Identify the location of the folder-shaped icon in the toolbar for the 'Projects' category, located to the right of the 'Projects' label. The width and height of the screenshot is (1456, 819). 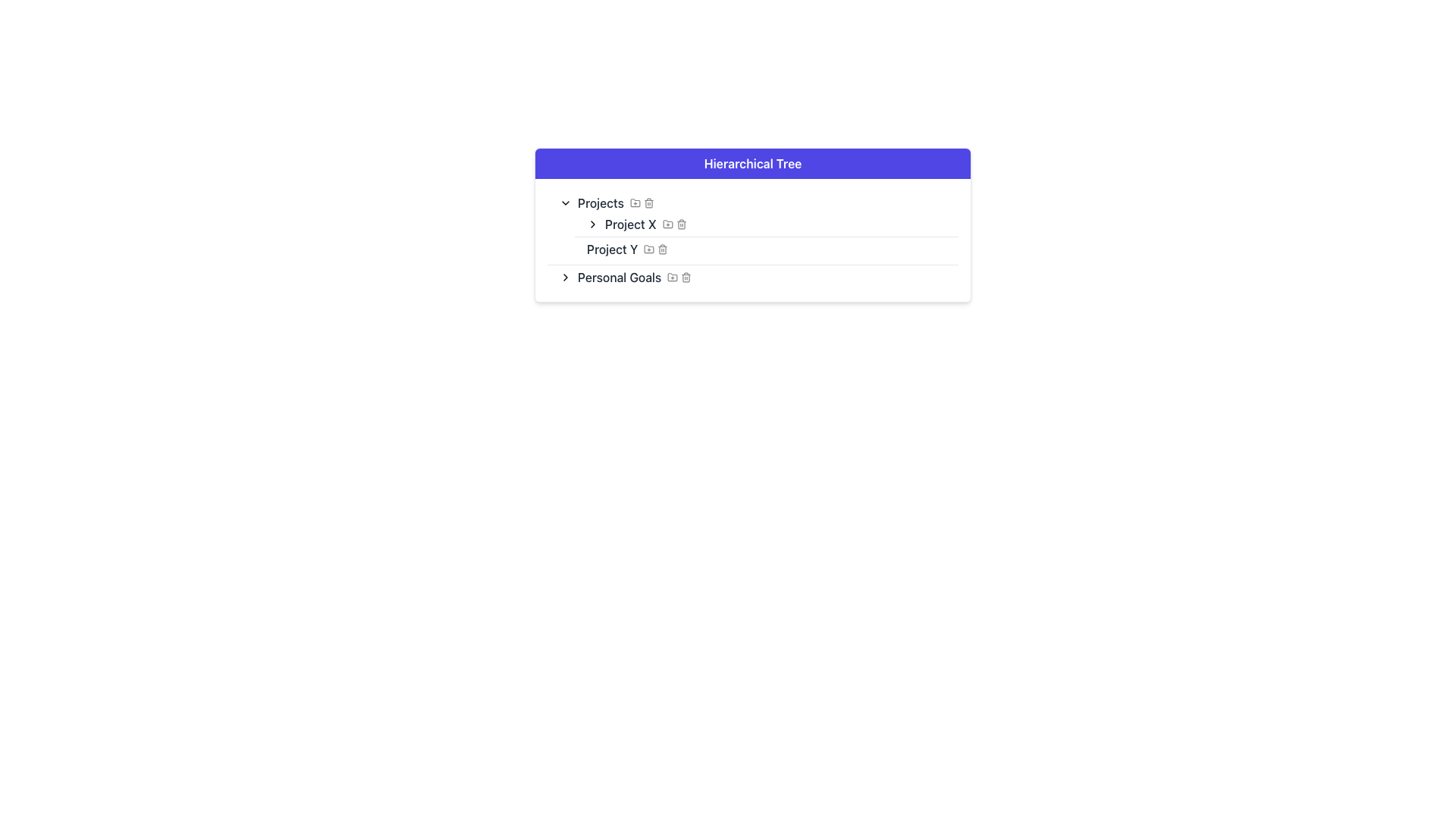
(635, 202).